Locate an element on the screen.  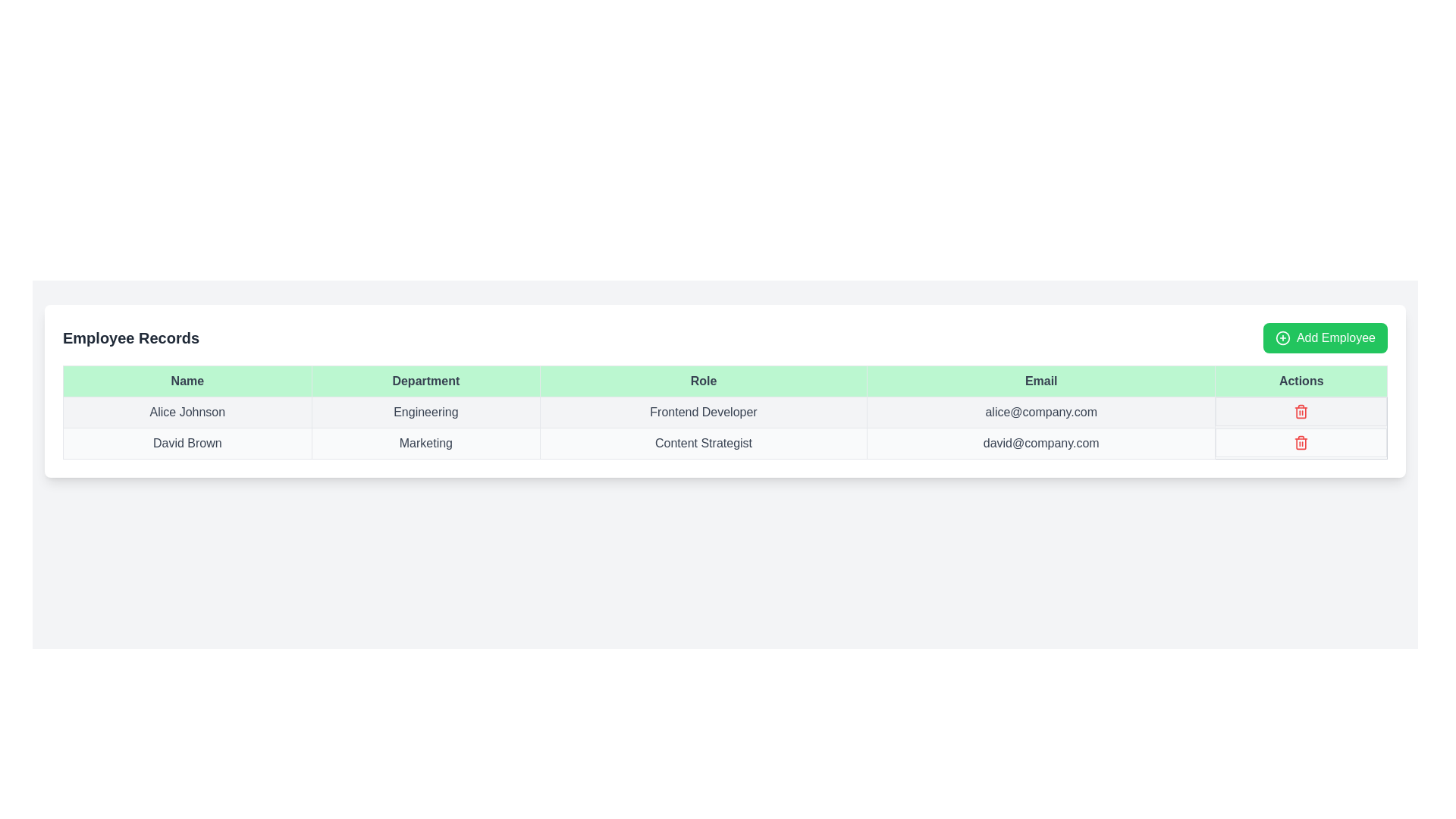
the table header cell displaying 'Department', which is the second header cell in the row, centered within its rectangular boundary with a light green background is located at coordinates (425, 380).